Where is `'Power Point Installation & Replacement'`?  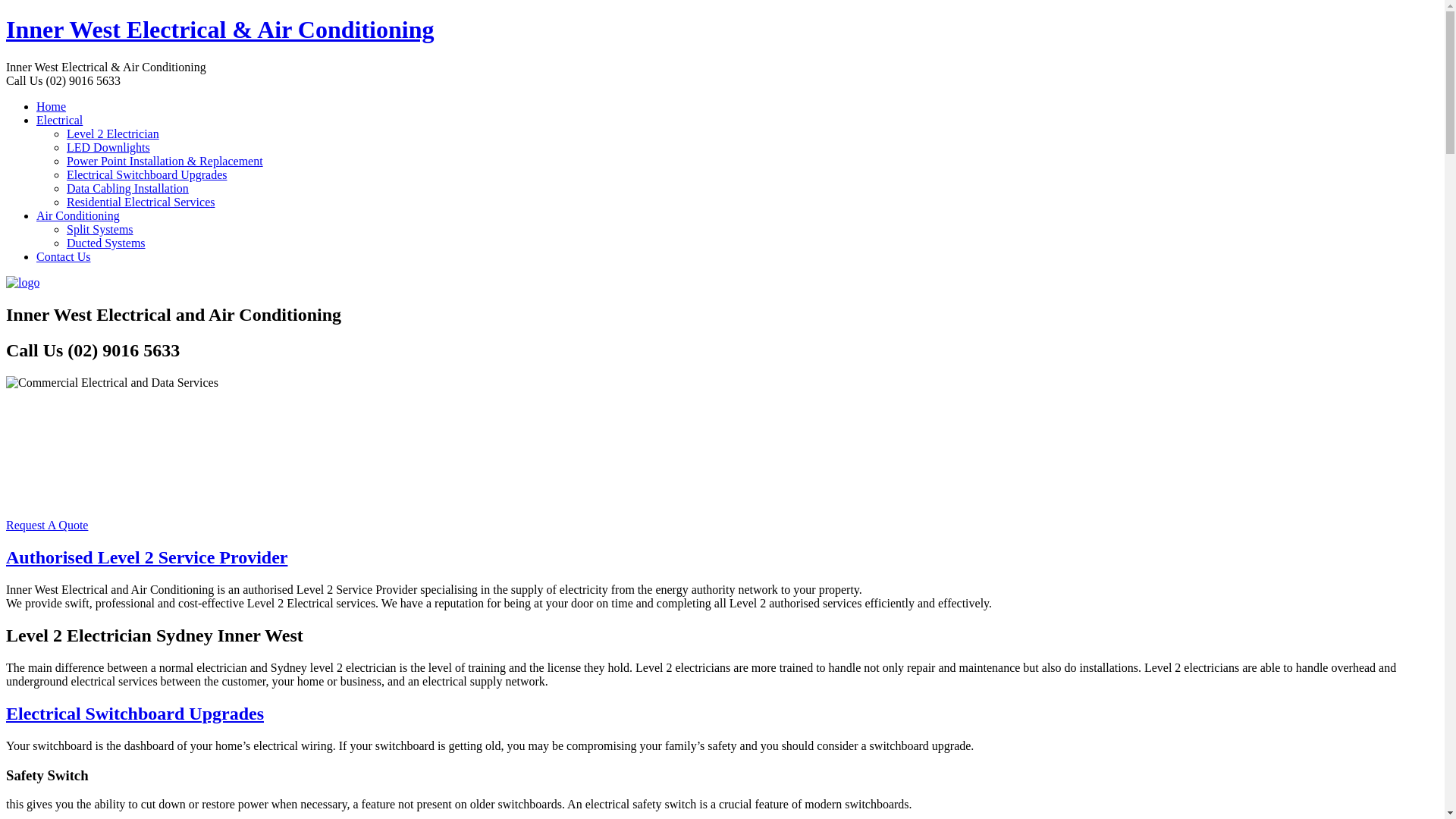
'Power Point Installation & Replacement' is located at coordinates (165, 161).